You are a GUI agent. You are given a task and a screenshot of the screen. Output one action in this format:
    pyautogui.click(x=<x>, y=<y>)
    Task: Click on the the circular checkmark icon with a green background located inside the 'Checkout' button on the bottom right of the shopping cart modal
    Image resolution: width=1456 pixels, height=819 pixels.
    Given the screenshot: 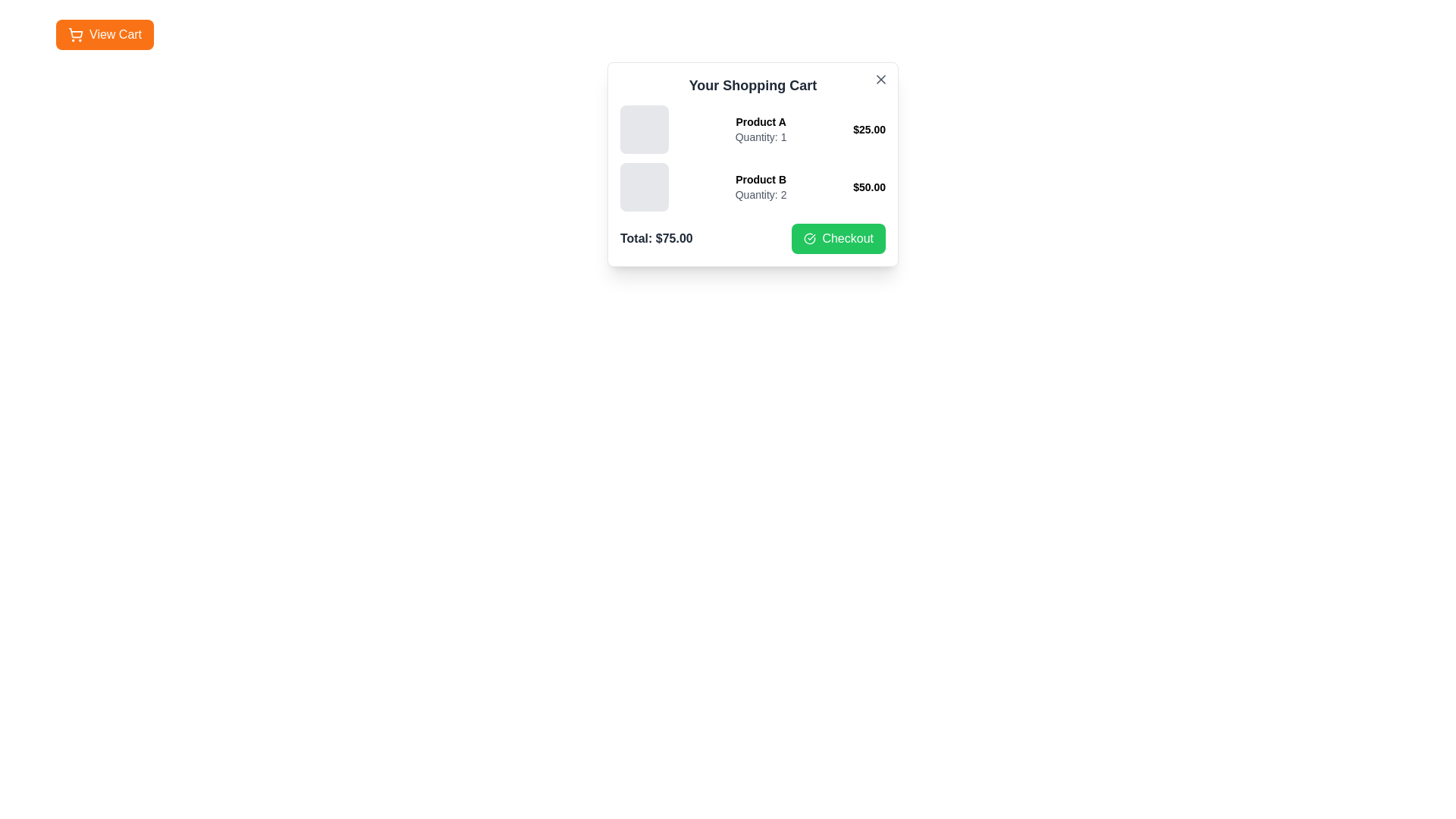 What is the action you would take?
    pyautogui.click(x=809, y=239)
    